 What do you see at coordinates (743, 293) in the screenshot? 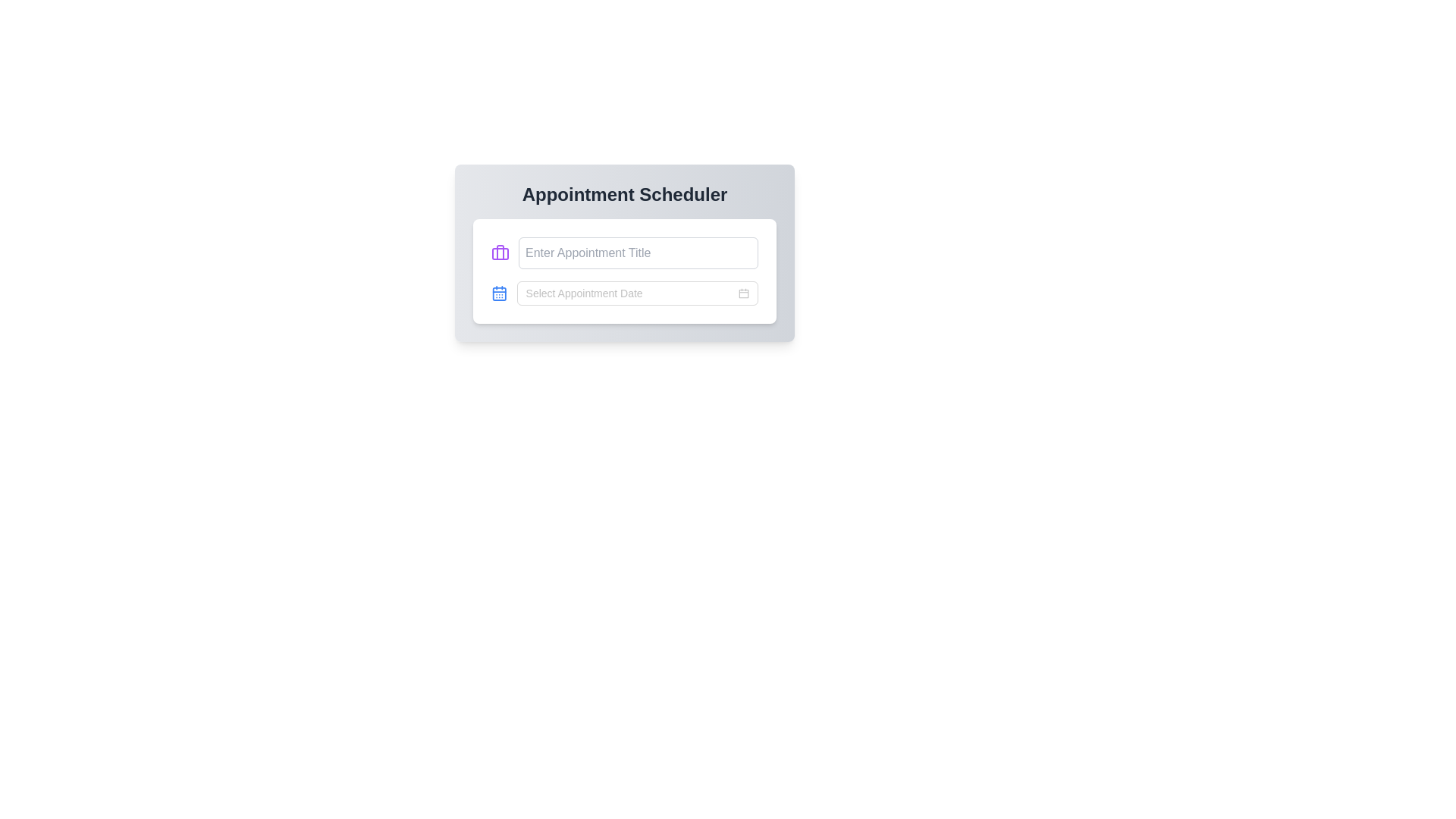
I see `the small gray calendar icon button located at the far-right side of the 'Select Appointment Date' text input field` at bounding box center [743, 293].